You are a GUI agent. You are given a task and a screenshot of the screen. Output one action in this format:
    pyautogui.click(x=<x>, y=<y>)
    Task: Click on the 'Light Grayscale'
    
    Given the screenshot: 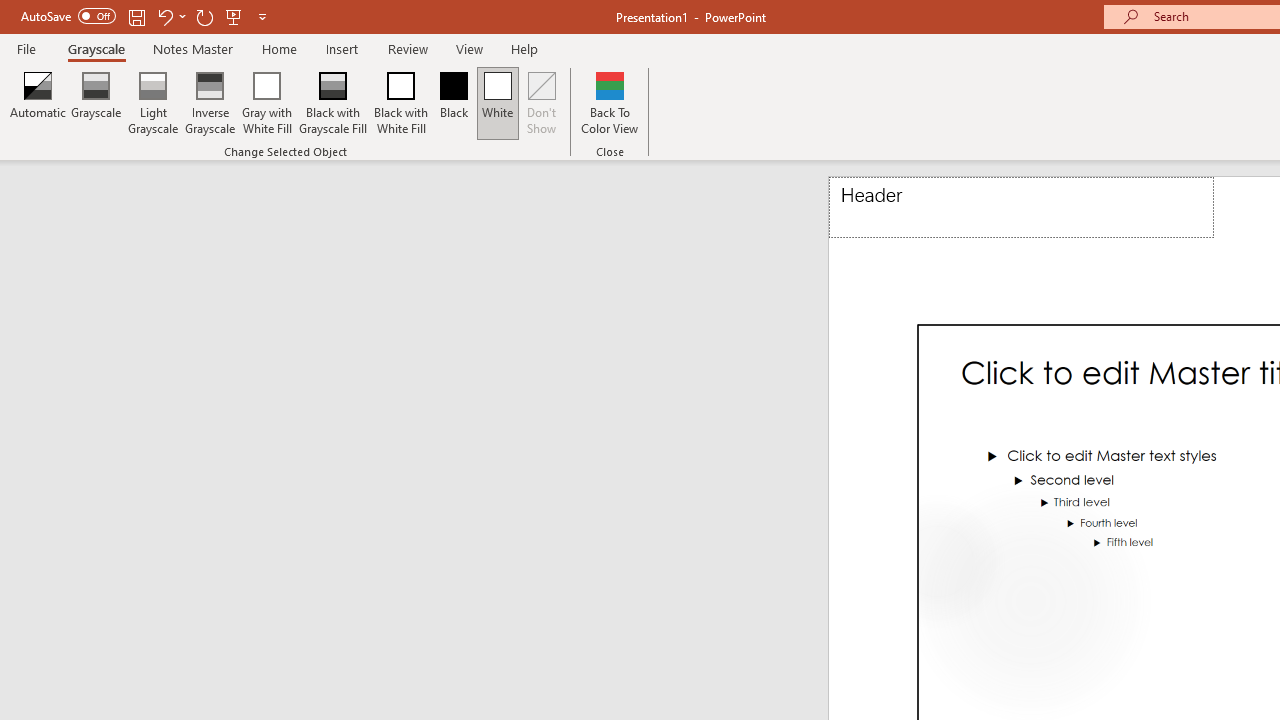 What is the action you would take?
    pyautogui.click(x=151, y=103)
    